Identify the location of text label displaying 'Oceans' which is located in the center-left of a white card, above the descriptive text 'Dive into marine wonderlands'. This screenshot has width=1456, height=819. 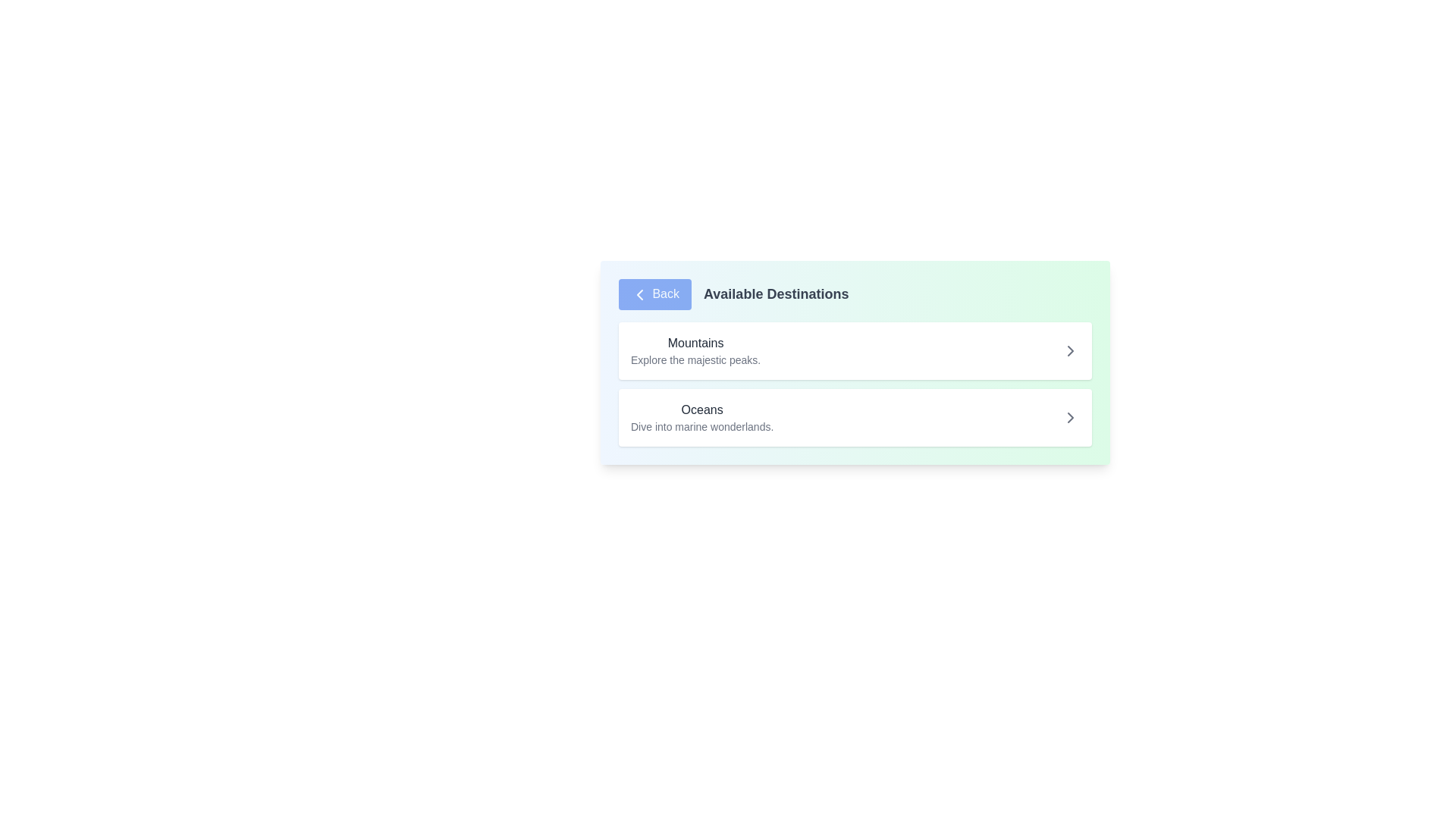
(701, 409).